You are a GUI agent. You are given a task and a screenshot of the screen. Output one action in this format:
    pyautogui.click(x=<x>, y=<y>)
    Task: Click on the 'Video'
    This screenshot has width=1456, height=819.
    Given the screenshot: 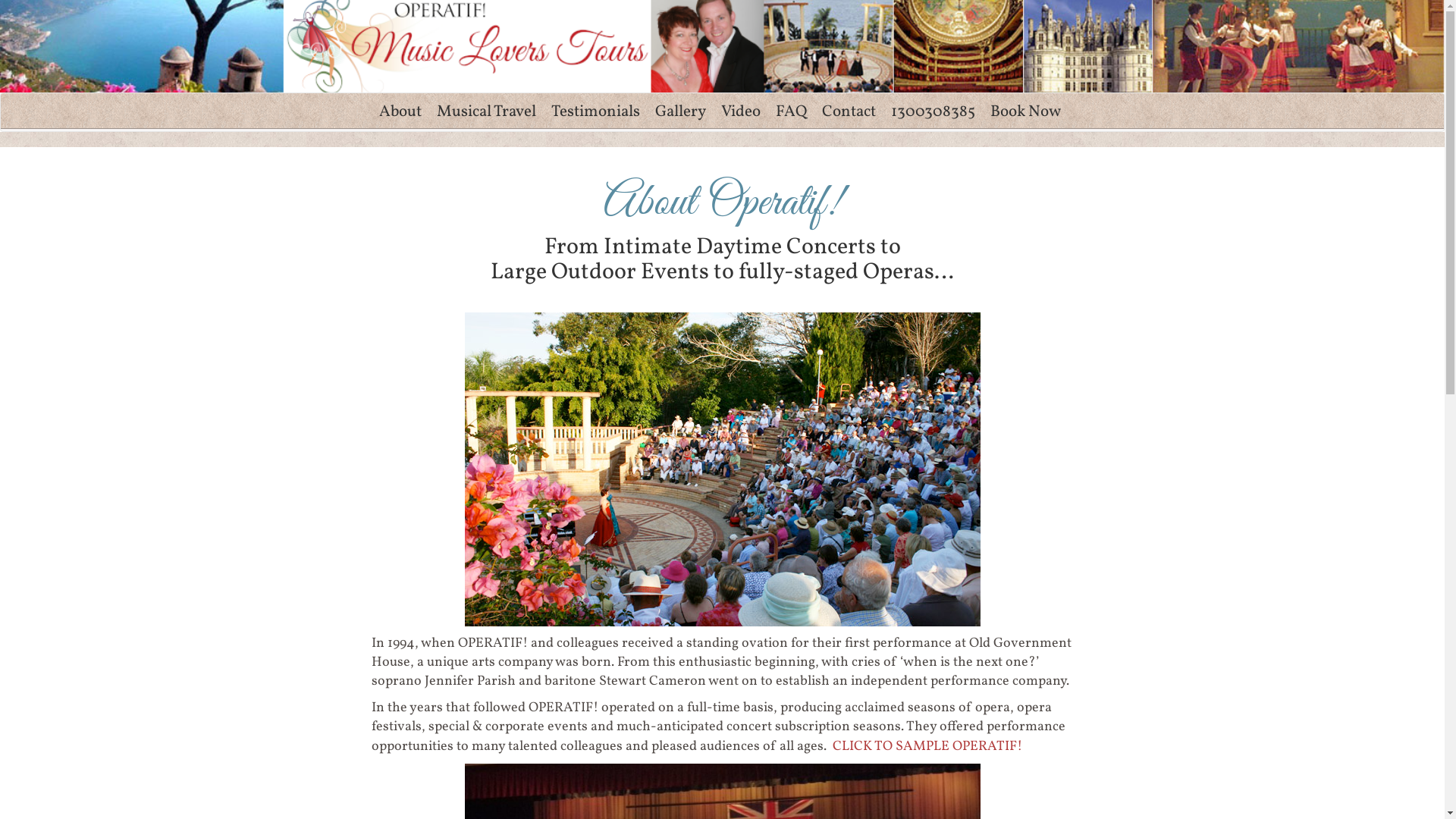 What is the action you would take?
    pyautogui.click(x=739, y=111)
    